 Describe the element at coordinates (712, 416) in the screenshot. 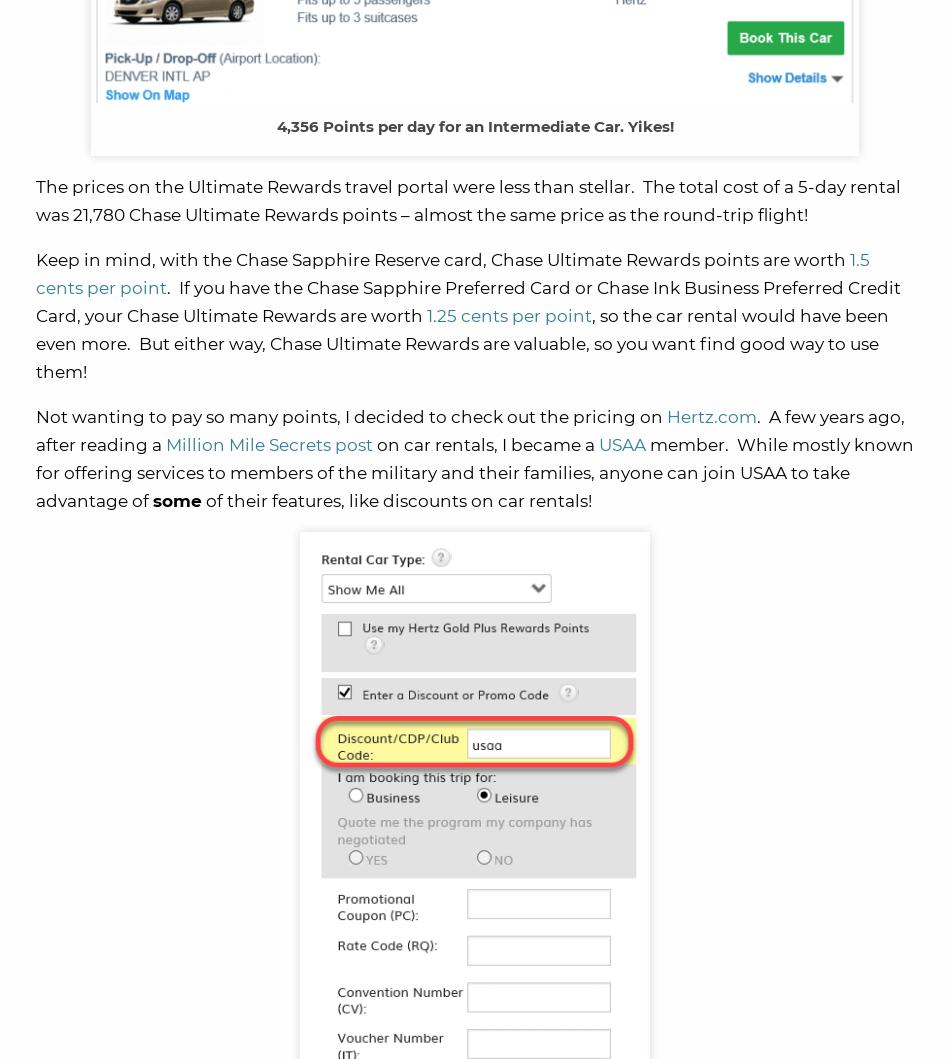

I see `'Hertz.com'` at that location.